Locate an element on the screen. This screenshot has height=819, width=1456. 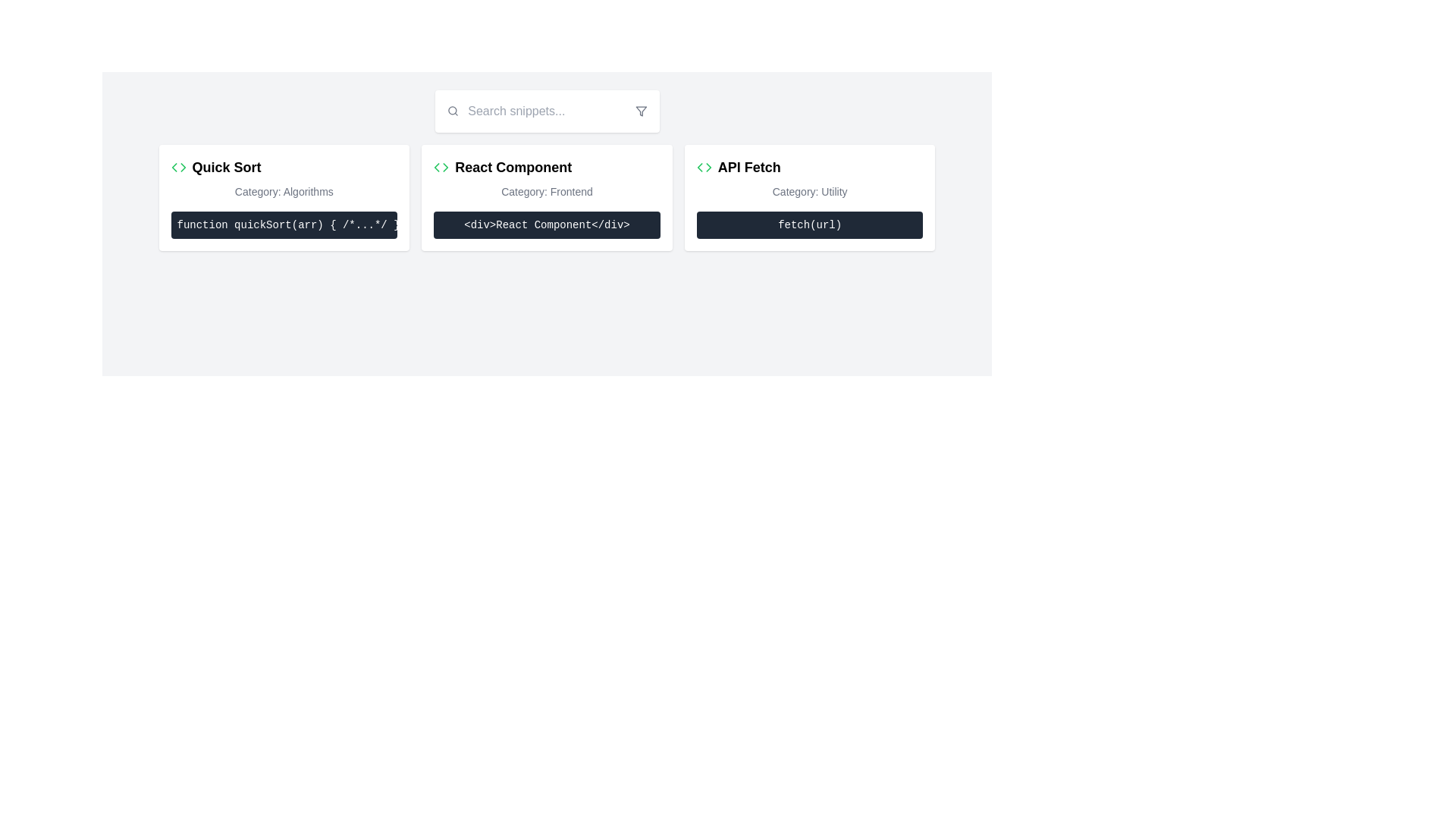
the green coding icon within the 'Quick Sort' card, which is a vector graphic shape in the SVG element is located at coordinates (182, 167).